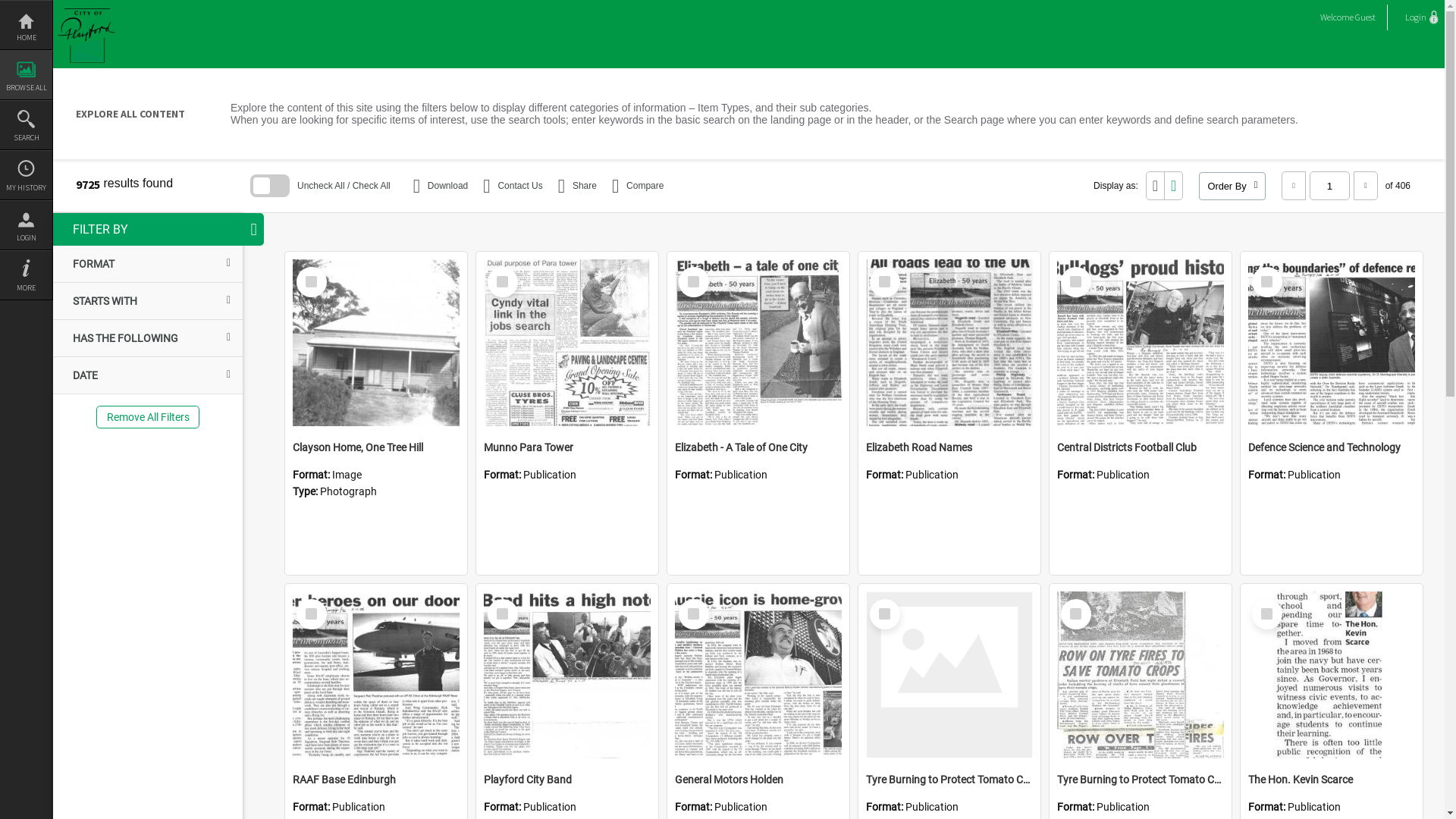  What do you see at coordinates (1056, 447) in the screenshot?
I see `'Central Districts Football Club'` at bounding box center [1056, 447].